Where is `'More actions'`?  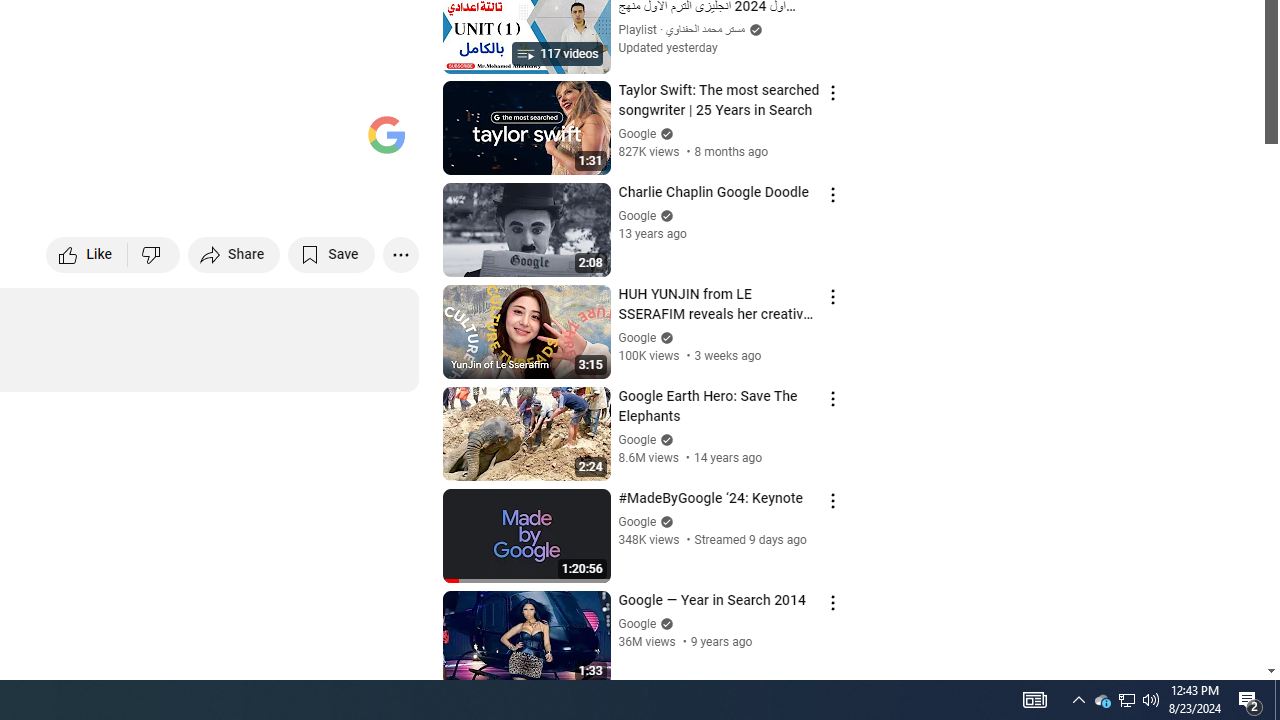
'More actions' is located at coordinates (400, 253).